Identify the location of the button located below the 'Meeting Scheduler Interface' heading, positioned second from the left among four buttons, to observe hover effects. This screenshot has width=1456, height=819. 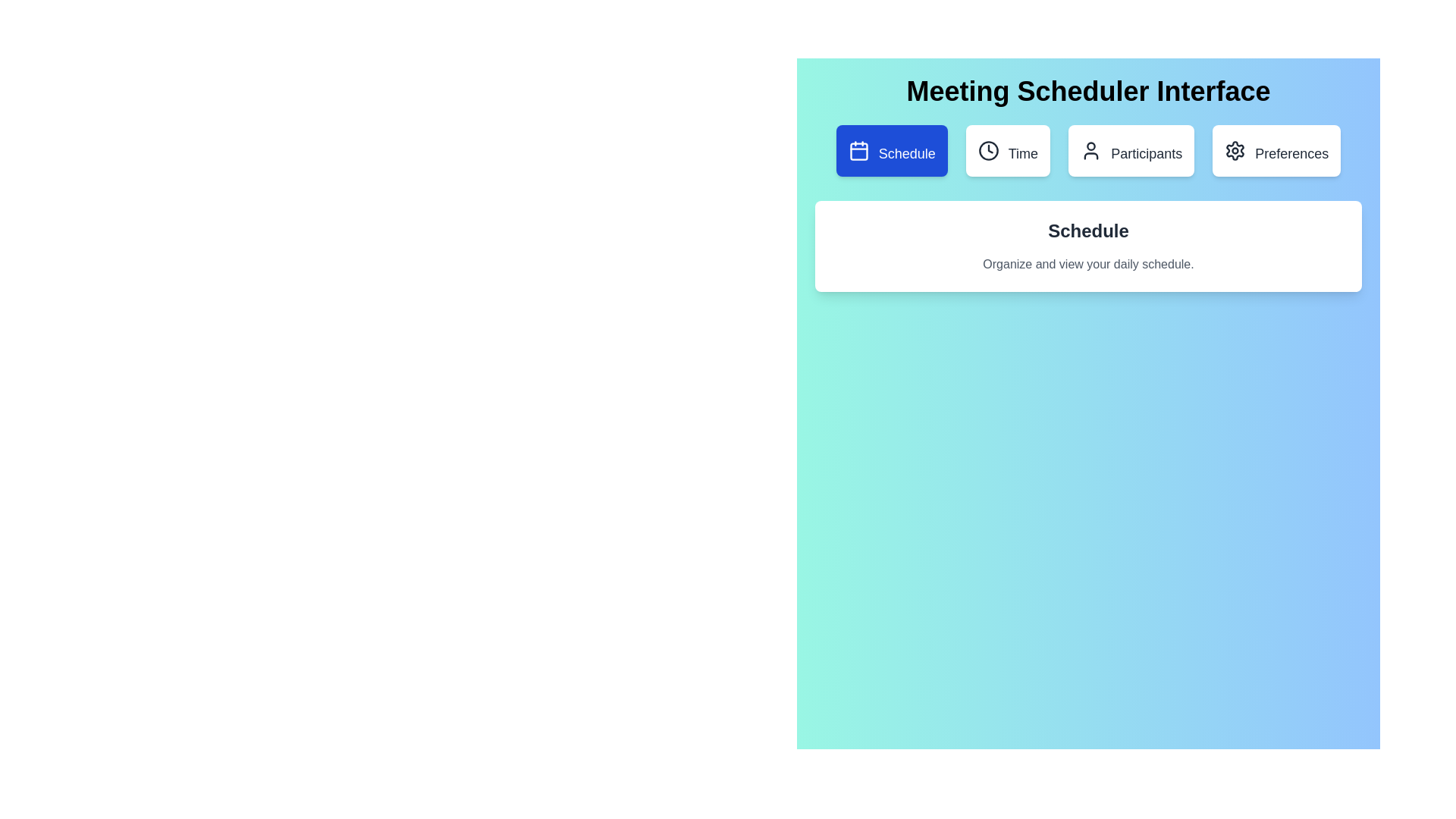
(1008, 151).